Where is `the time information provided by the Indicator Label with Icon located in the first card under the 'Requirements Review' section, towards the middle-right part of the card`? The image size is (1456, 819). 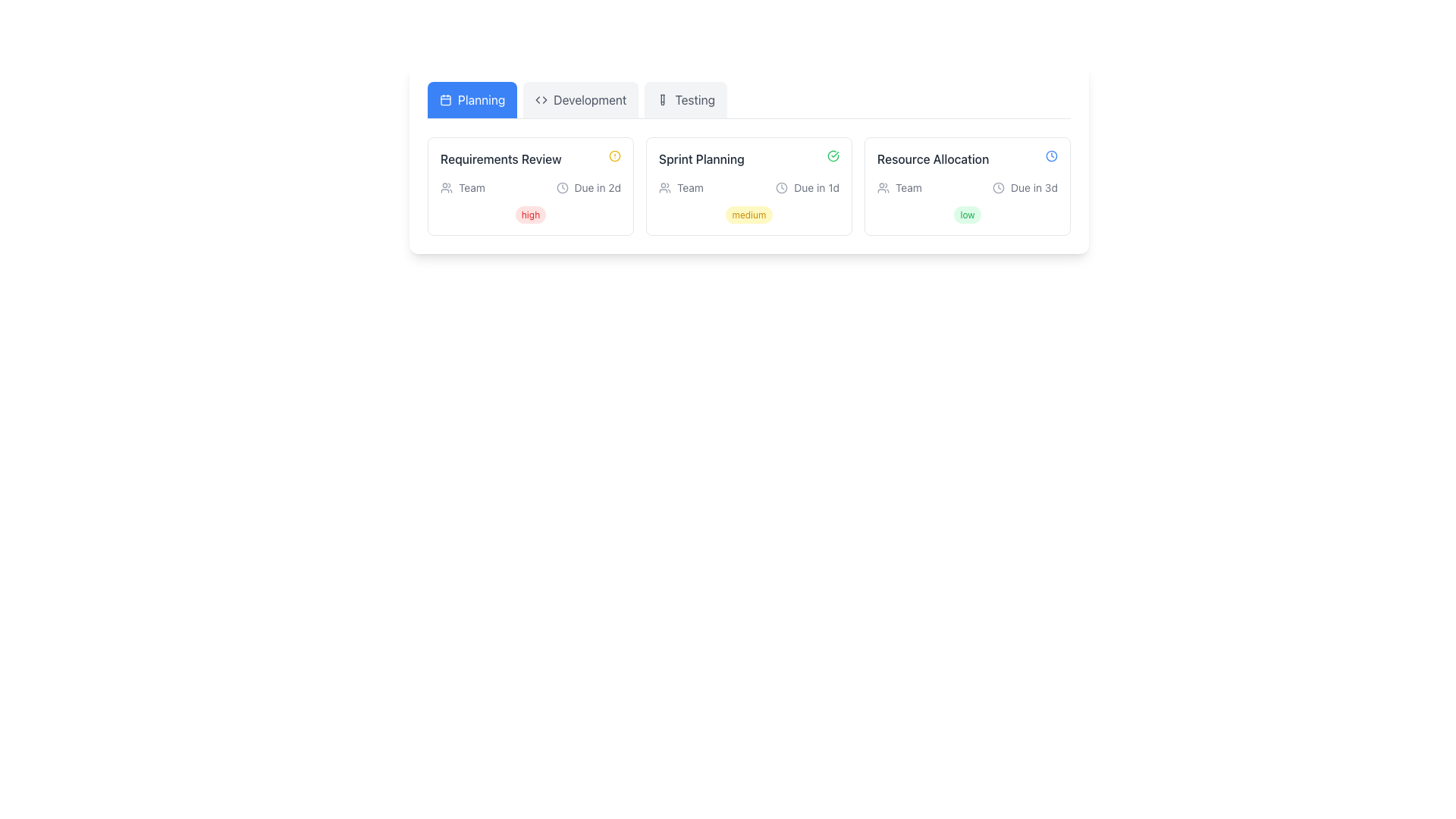 the time information provided by the Indicator Label with Icon located in the first card under the 'Requirements Review' section, towards the middle-right part of the card is located at coordinates (588, 187).